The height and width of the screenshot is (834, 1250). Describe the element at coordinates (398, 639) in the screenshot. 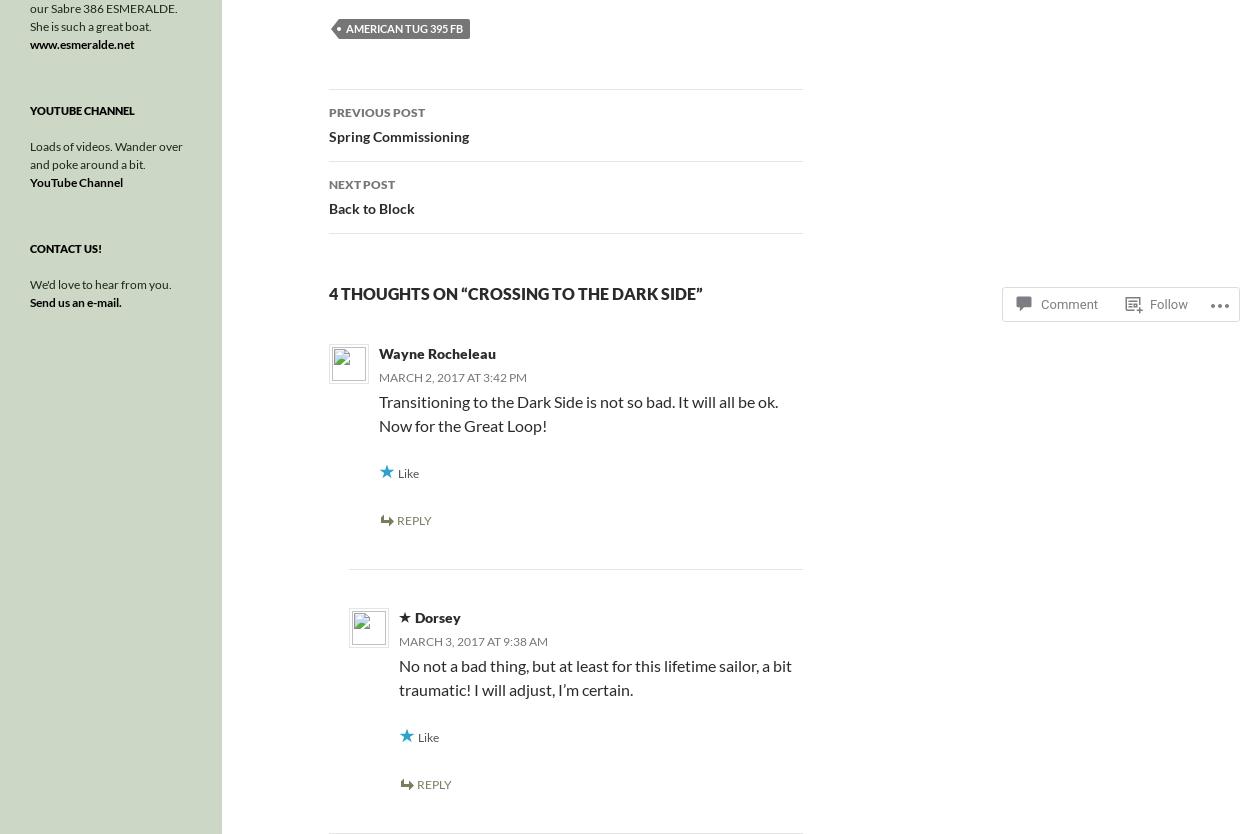

I see `'March 3, 2017 at 9:38 am'` at that location.